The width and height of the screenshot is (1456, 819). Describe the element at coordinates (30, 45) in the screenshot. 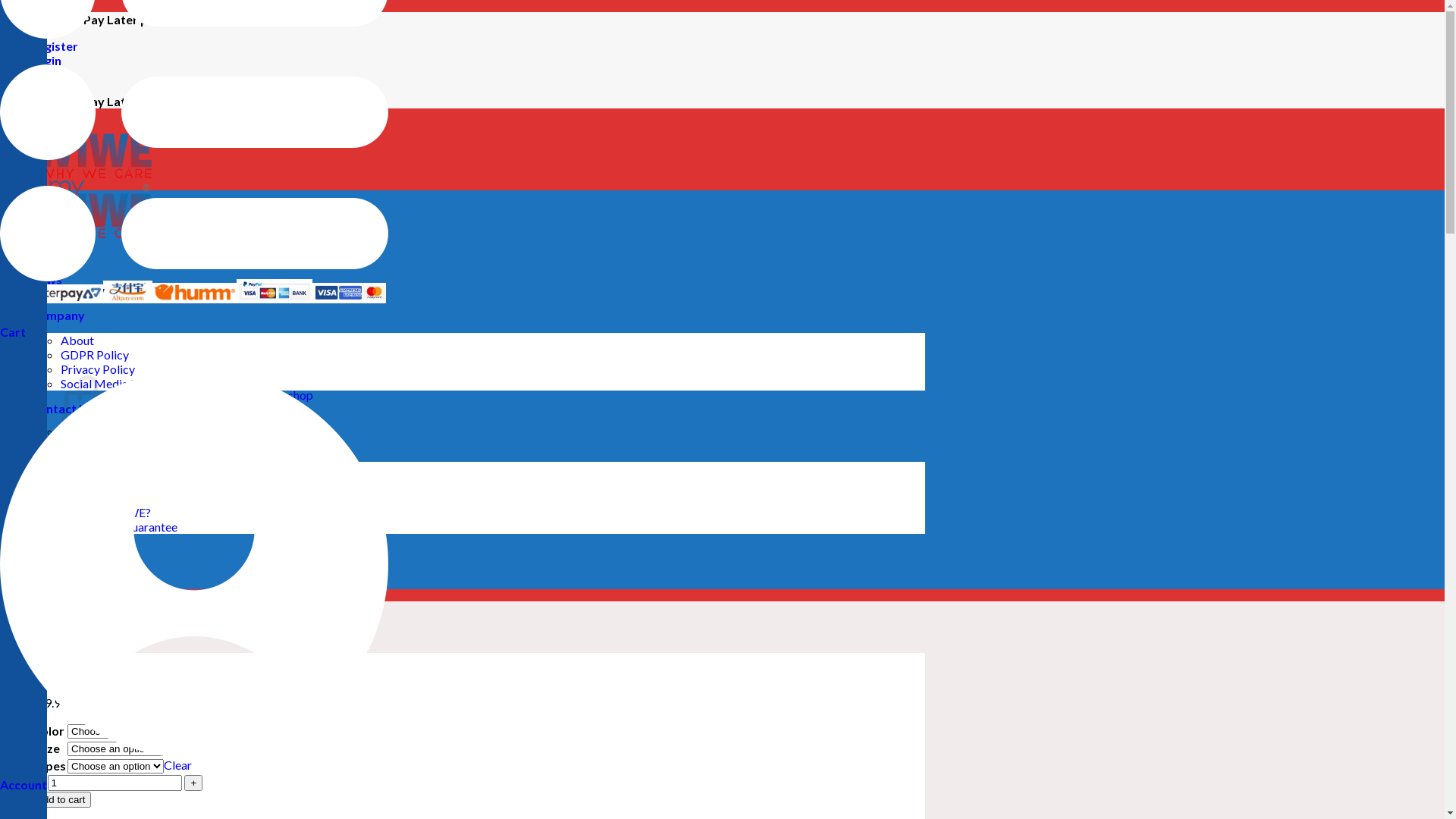

I see `'Register'` at that location.